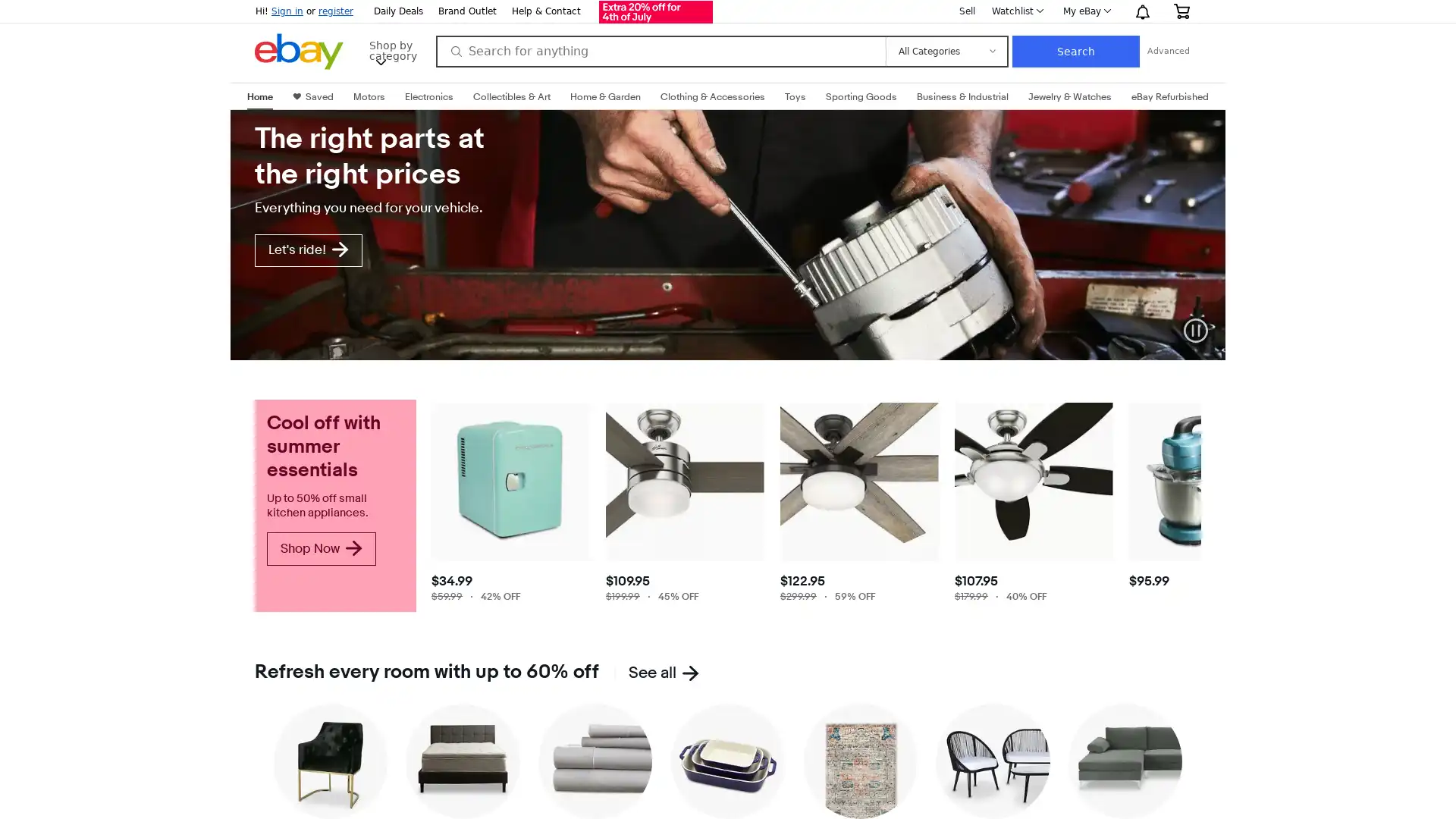 The width and height of the screenshot is (1456, 819). I want to click on Shop by category, so click(396, 49).